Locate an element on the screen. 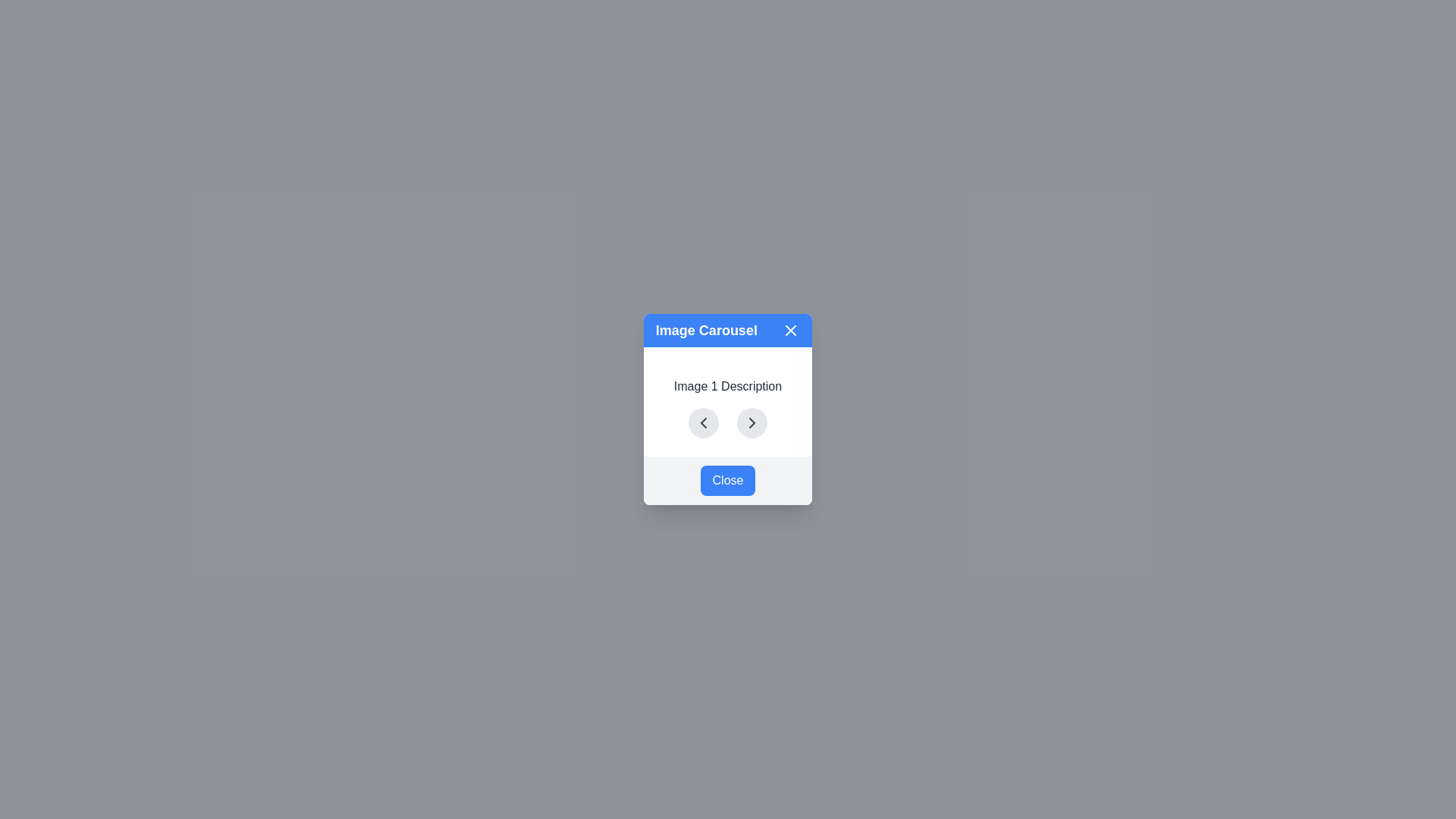 The width and height of the screenshot is (1456, 819). the close button represented by an 'X' icon located in the top-right corner of the 'Image Carousel' modal dialog is located at coordinates (790, 329).